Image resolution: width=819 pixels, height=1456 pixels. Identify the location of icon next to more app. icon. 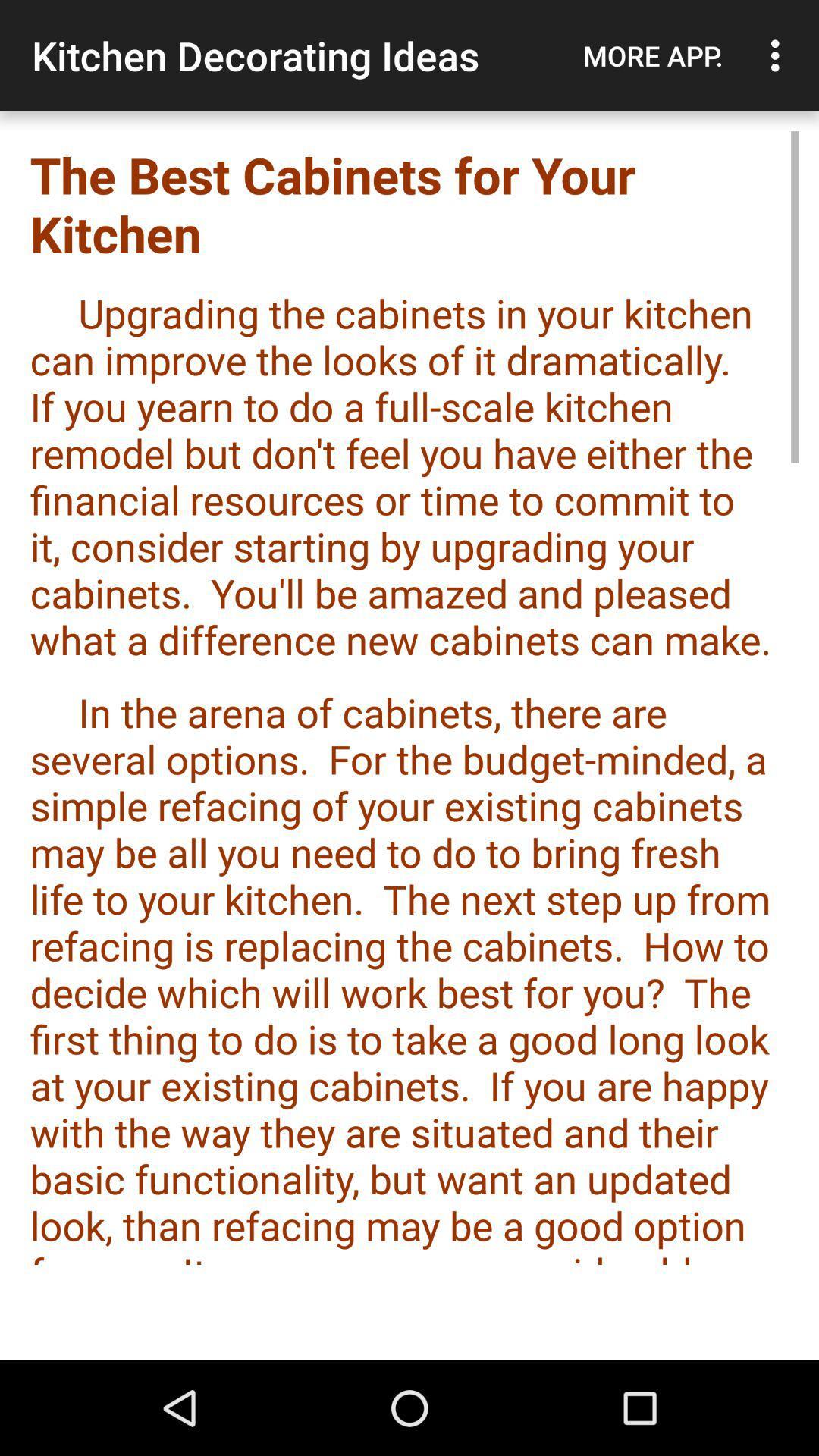
(779, 55).